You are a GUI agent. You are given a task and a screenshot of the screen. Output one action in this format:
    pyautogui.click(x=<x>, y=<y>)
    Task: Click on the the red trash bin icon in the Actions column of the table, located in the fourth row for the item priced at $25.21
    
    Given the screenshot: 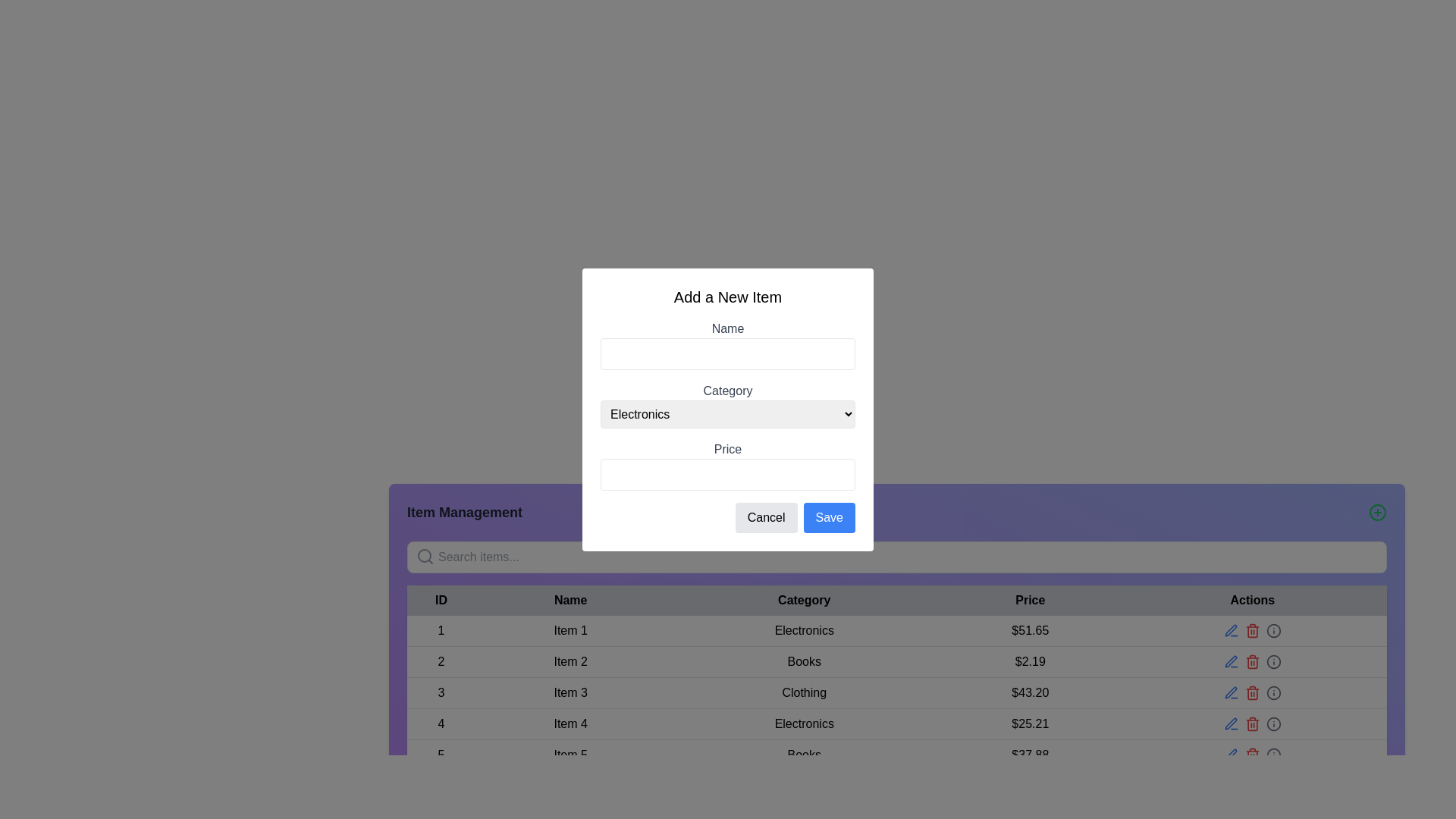 What is the action you would take?
    pyautogui.click(x=1252, y=723)
    